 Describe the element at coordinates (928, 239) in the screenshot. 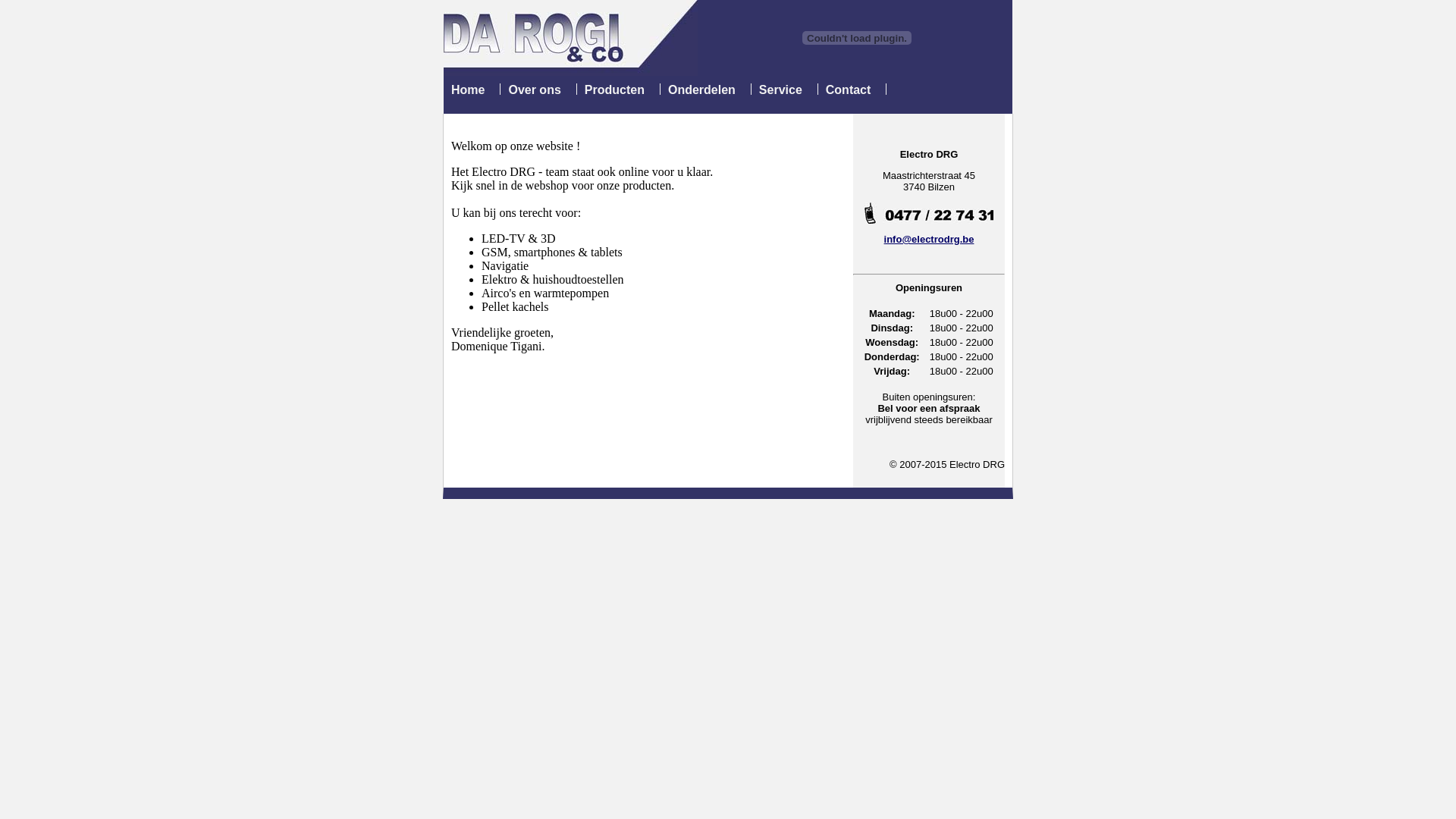

I see `'info@electrodrg.be'` at that location.